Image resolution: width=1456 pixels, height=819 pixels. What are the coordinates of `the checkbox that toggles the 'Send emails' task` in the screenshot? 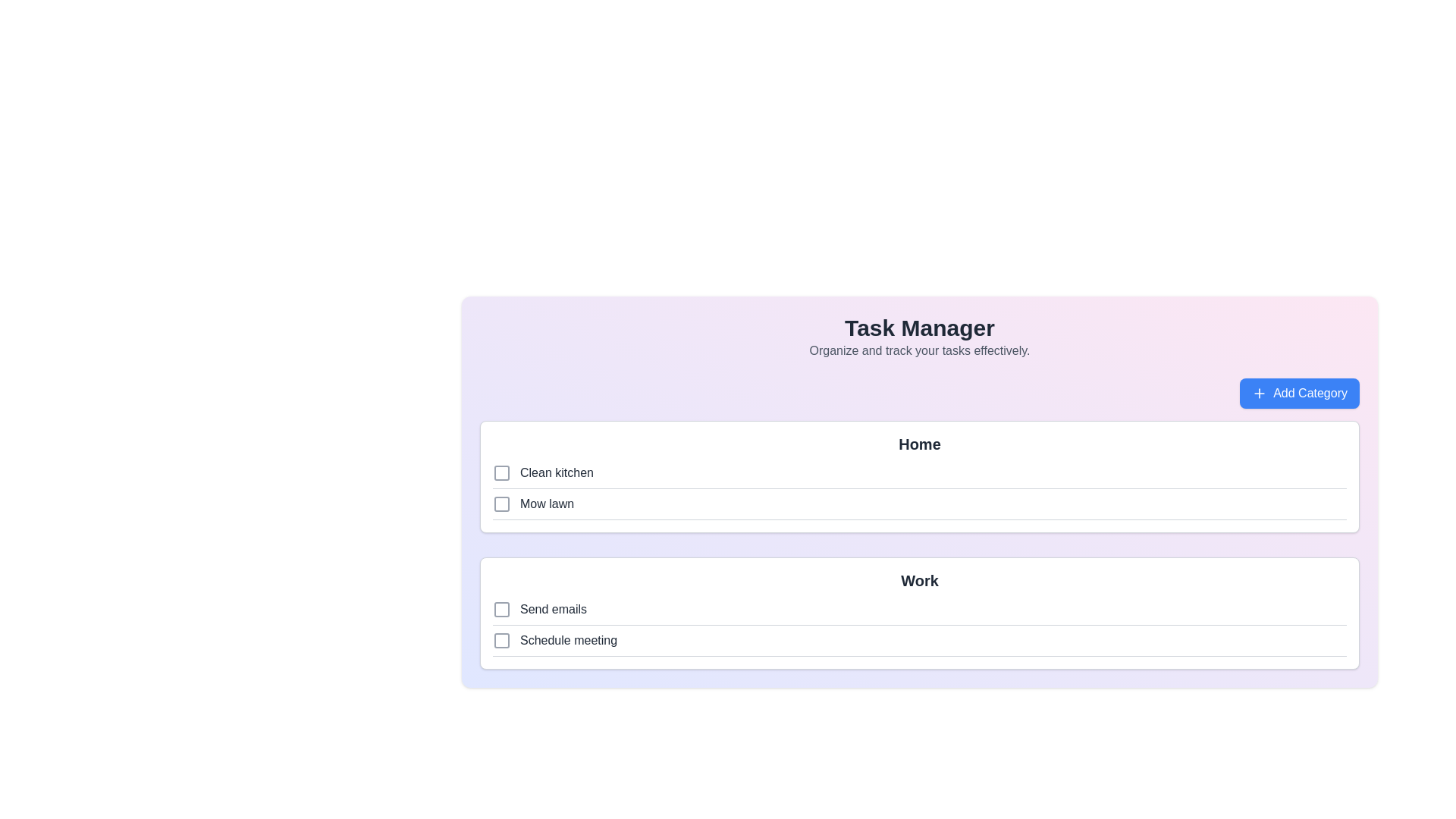 It's located at (502, 608).